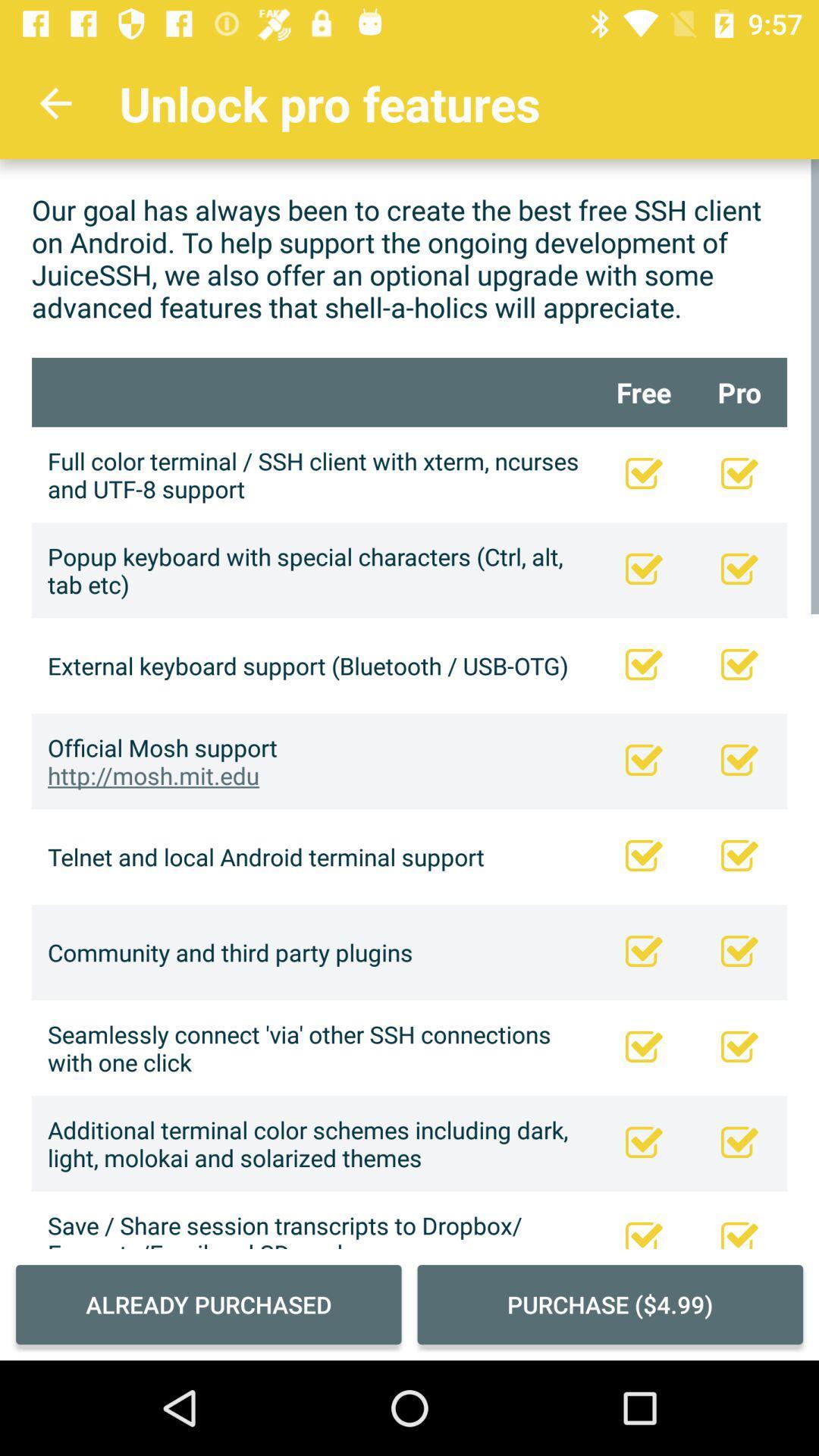 This screenshot has width=819, height=1456. Describe the element at coordinates (55, 102) in the screenshot. I see `icon next to unlock pro features` at that location.